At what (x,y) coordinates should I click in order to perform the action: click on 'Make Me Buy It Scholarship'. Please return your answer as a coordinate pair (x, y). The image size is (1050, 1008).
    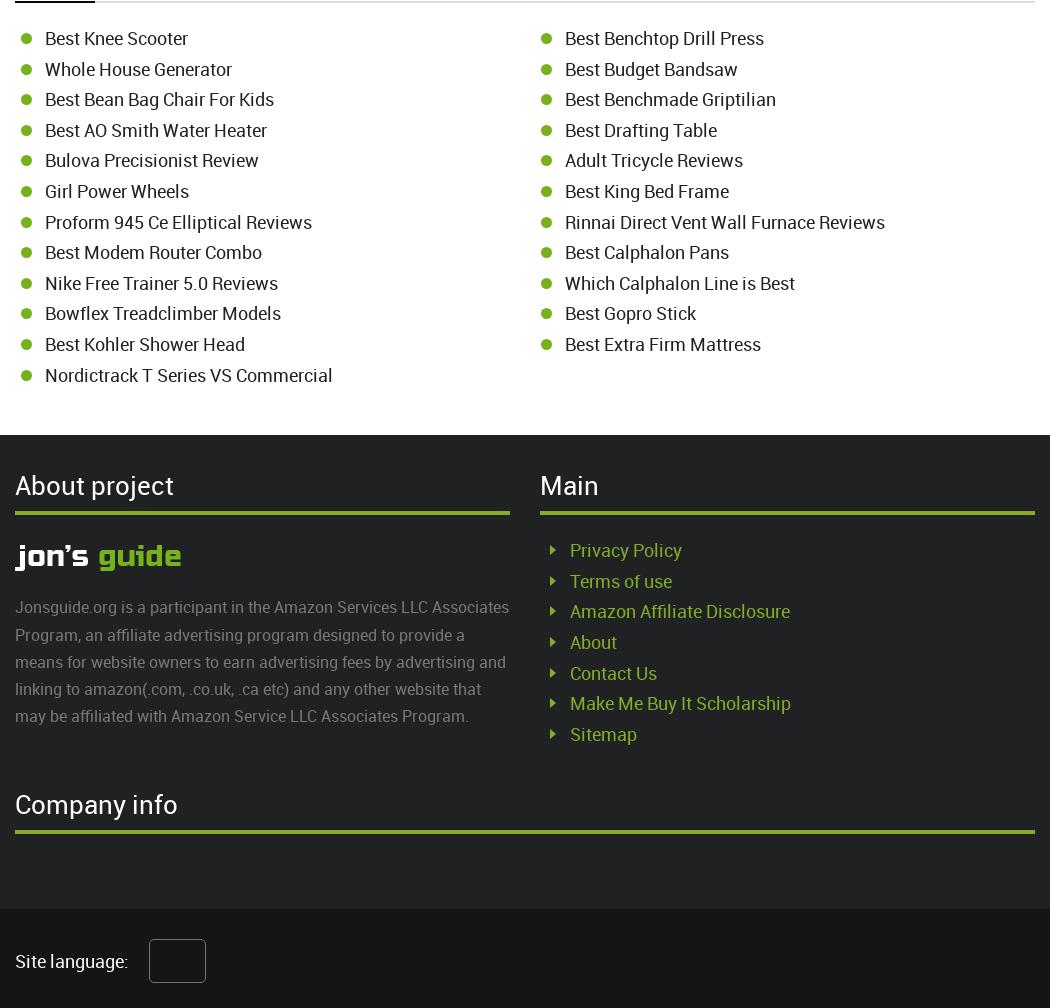
    Looking at the image, I should click on (680, 702).